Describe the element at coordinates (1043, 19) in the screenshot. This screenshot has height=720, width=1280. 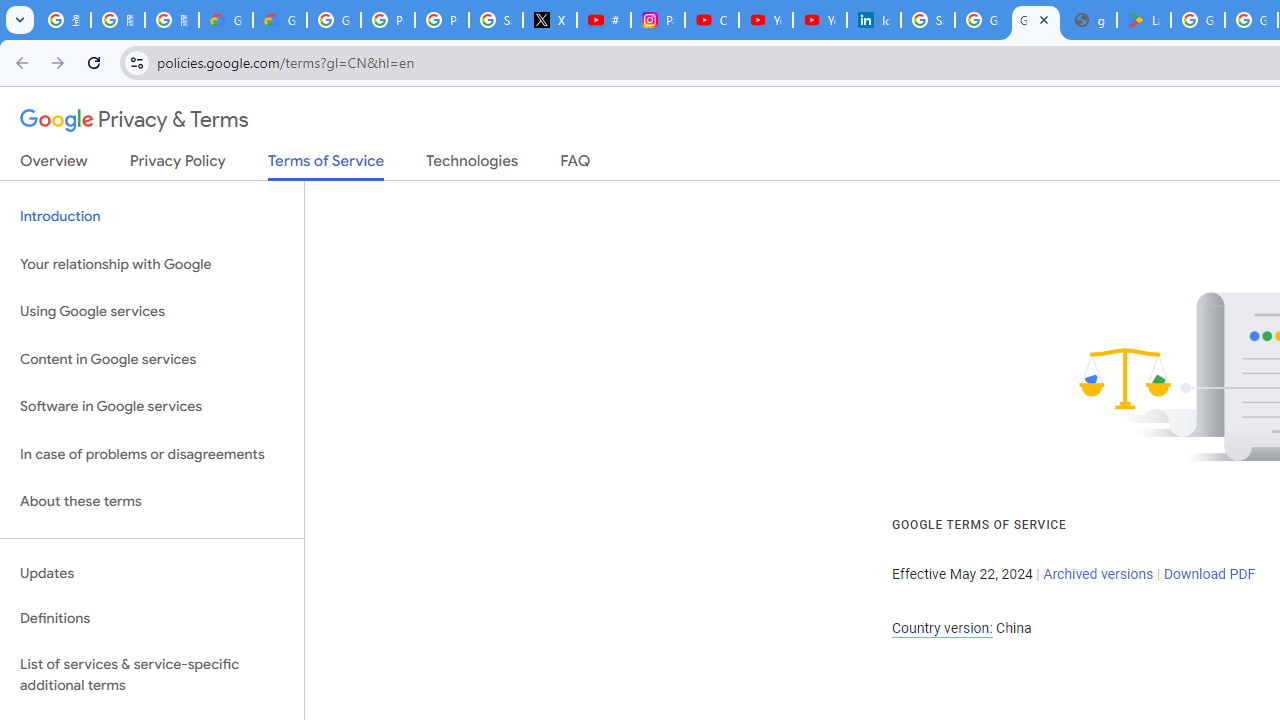
I see `'Close'` at that location.